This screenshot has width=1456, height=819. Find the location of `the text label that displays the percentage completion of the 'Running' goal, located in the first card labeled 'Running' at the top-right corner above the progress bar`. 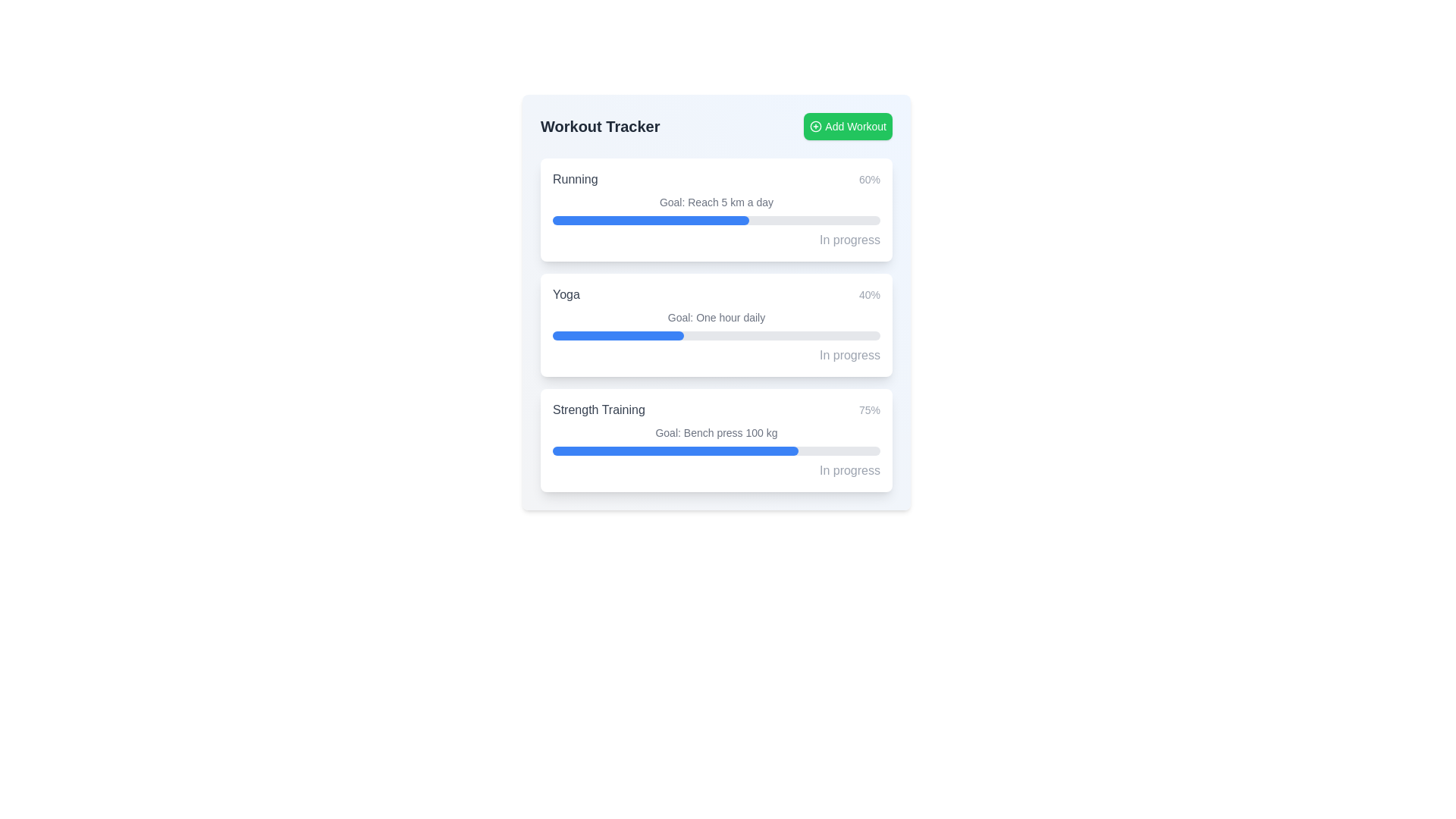

the text label that displays the percentage completion of the 'Running' goal, located in the first card labeled 'Running' at the top-right corner above the progress bar is located at coordinates (870, 178).